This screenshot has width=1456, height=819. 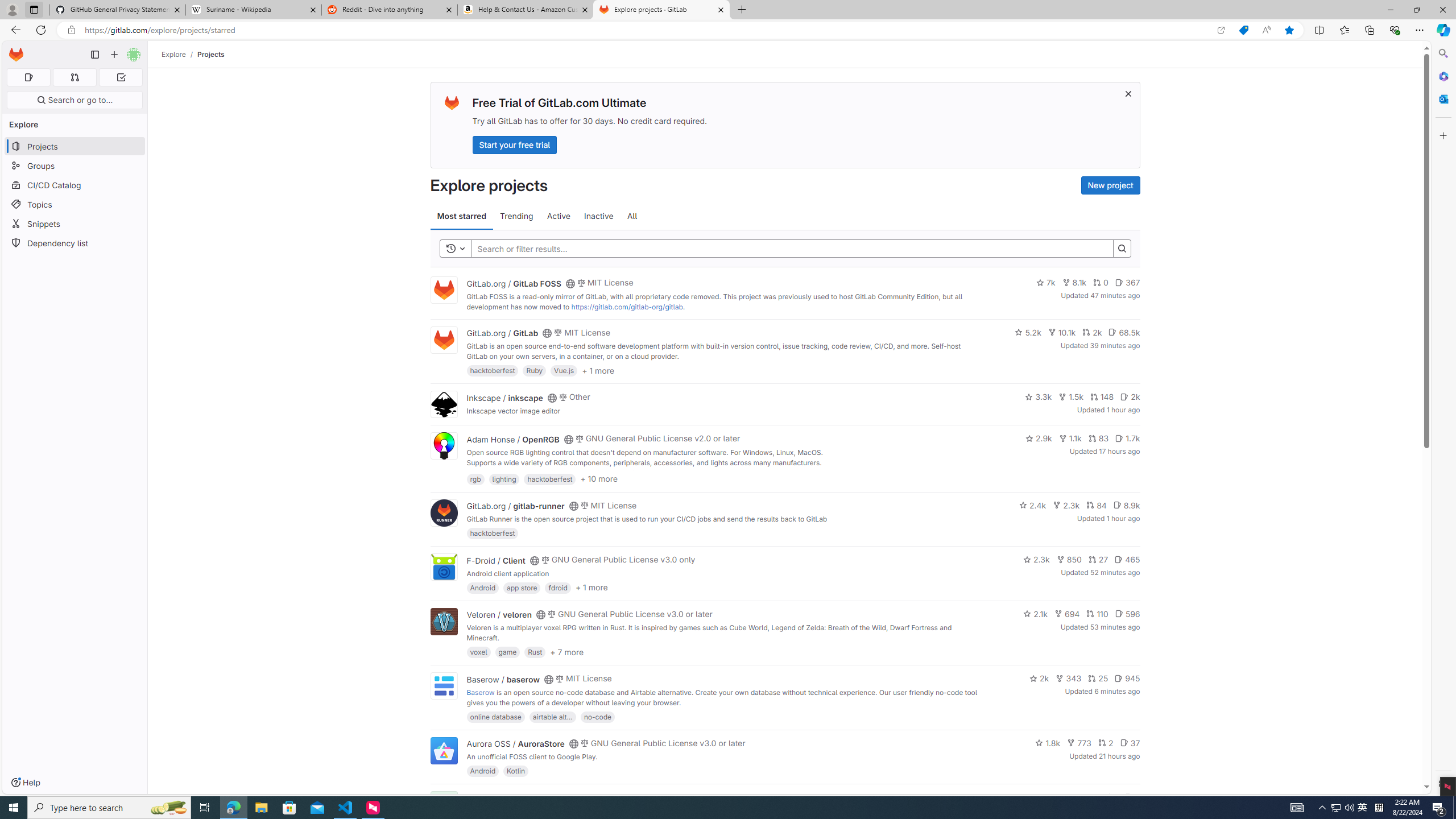 What do you see at coordinates (1097, 678) in the screenshot?
I see `'25'` at bounding box center [1097, 678].